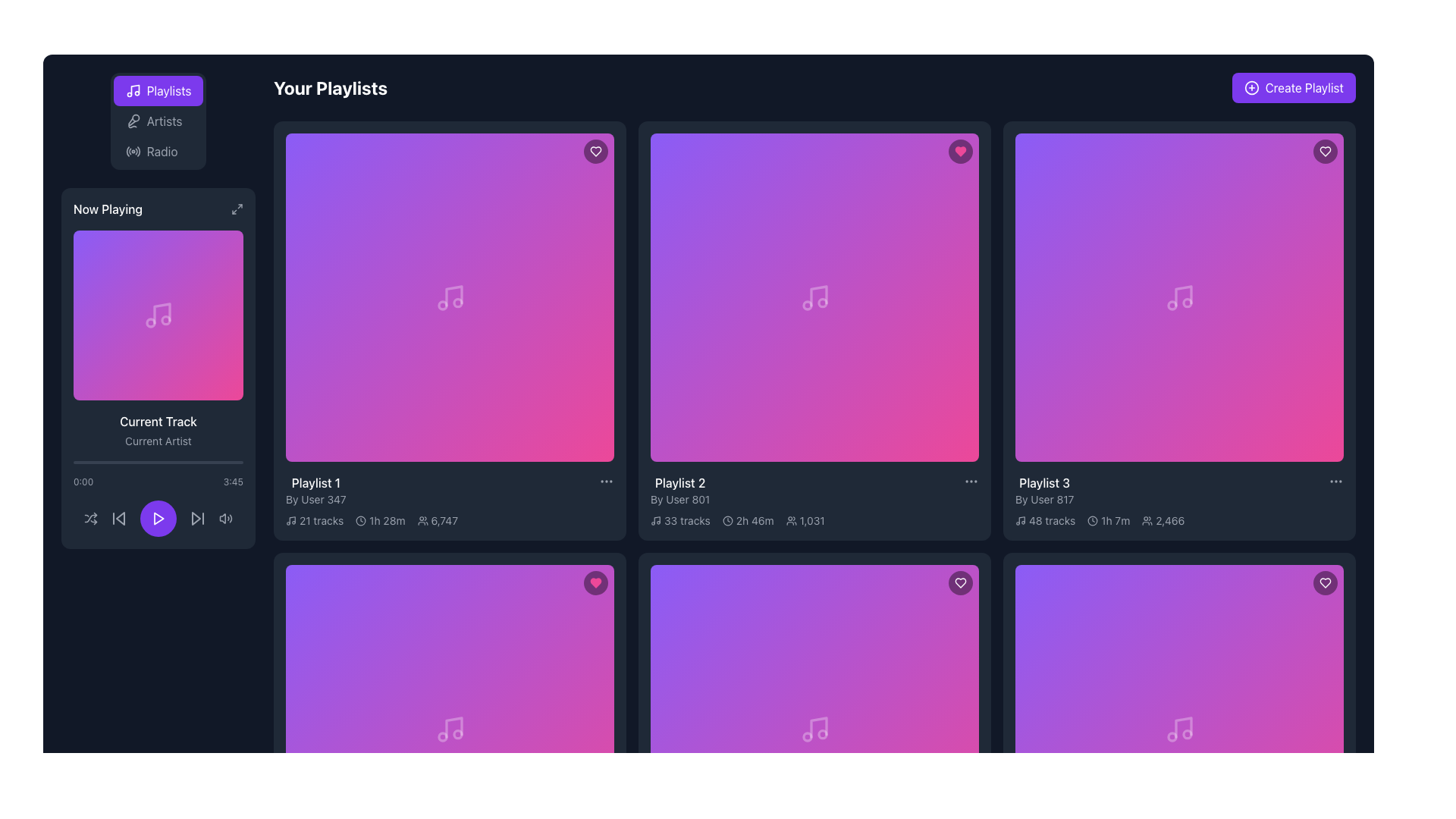 Image resolution: width=1456 pixels, height=819 pixels. I want to click on the heart-shaped icon button in the top-right corner of Playlist 3, so click(1324, 152).